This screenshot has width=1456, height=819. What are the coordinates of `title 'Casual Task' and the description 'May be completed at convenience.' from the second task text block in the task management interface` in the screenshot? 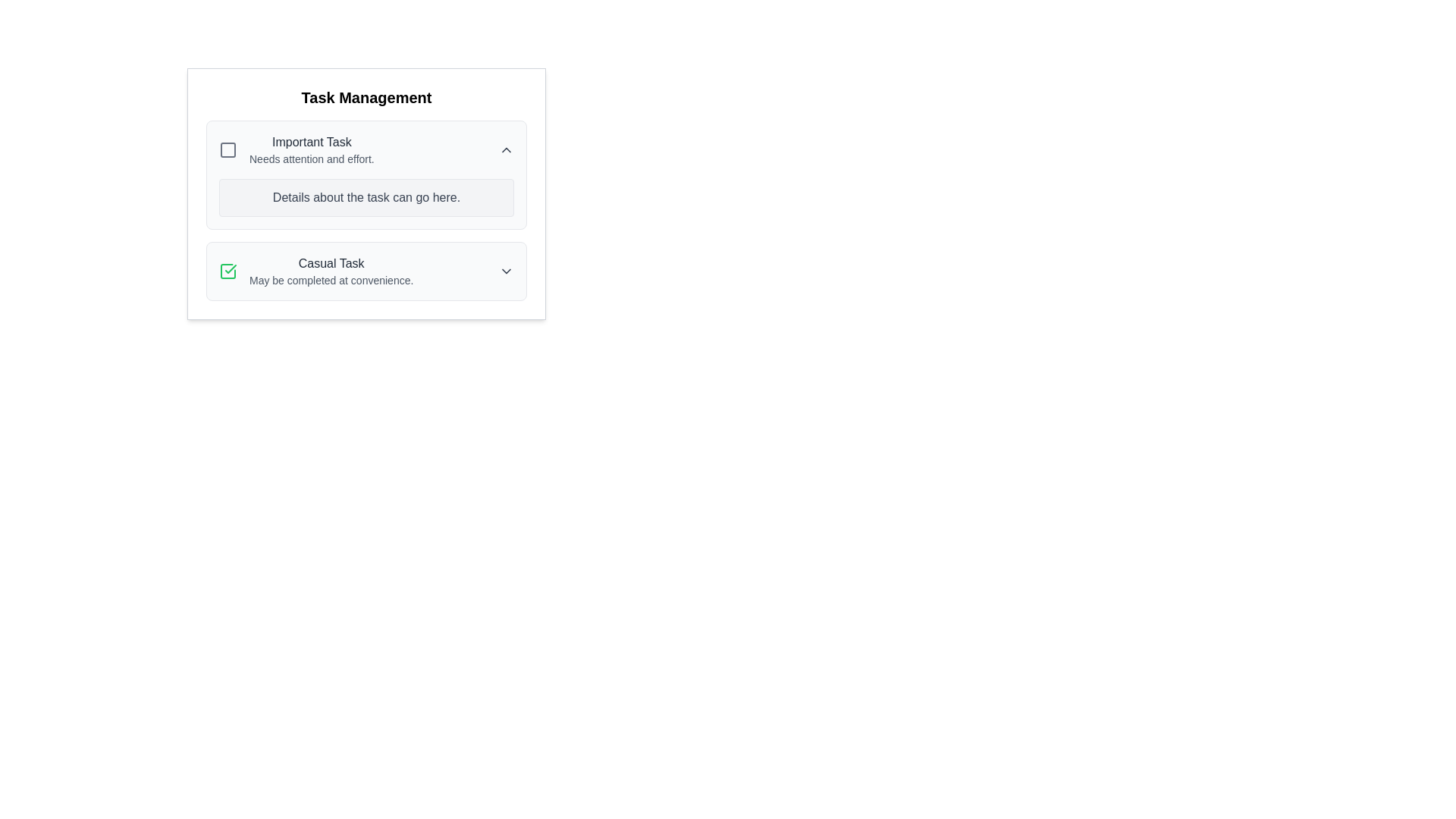 It's located at (331, 271).